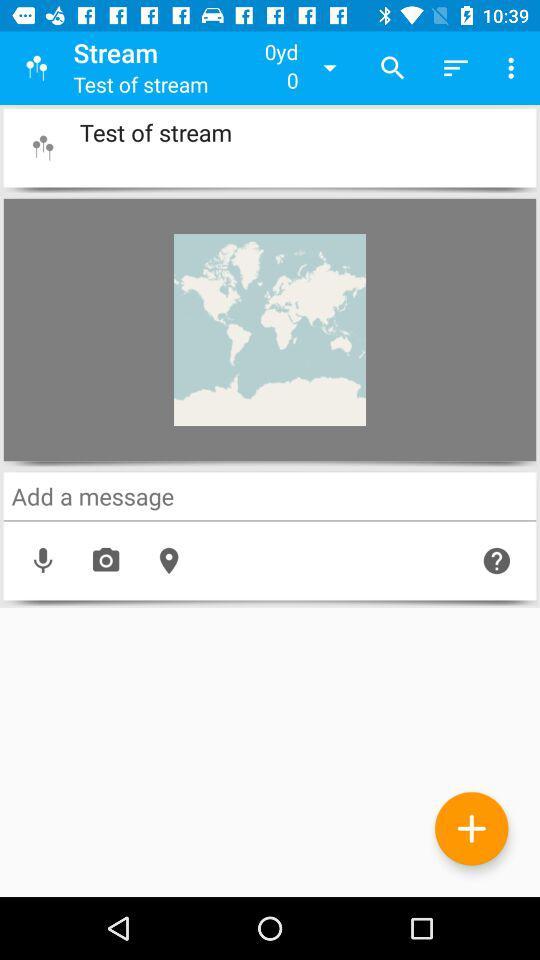 Image resolution: width=540 pixels, height=960 pixels. I want to click on a new item, so click(471, 828).